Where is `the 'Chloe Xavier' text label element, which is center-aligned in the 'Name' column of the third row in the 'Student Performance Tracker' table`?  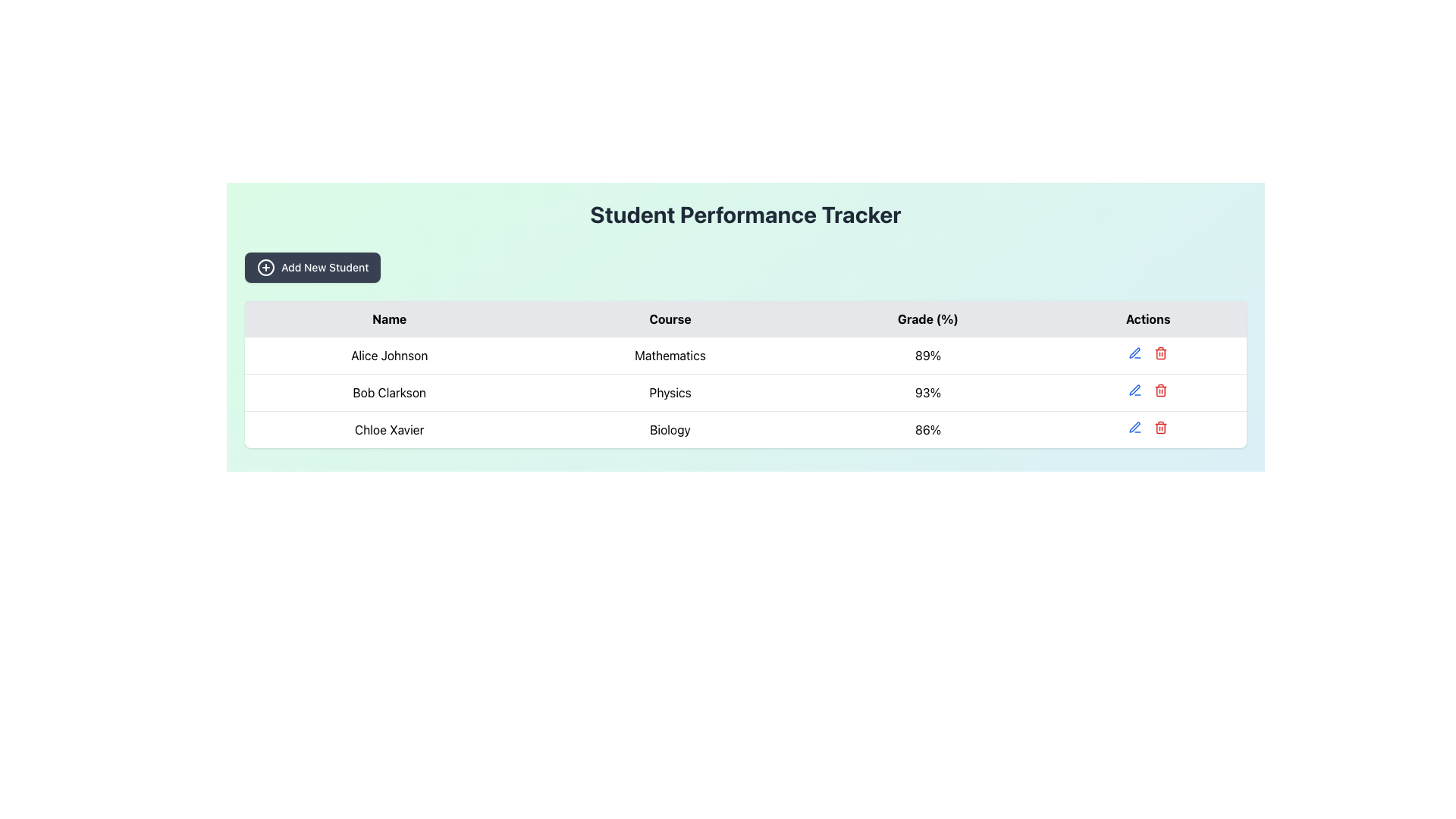 the 'Chloe Xavier' text label element, which is center-aligned in the 'Name' column of the third row in the 'Student Performance Tracker' table is located at coordinates (389, 429).